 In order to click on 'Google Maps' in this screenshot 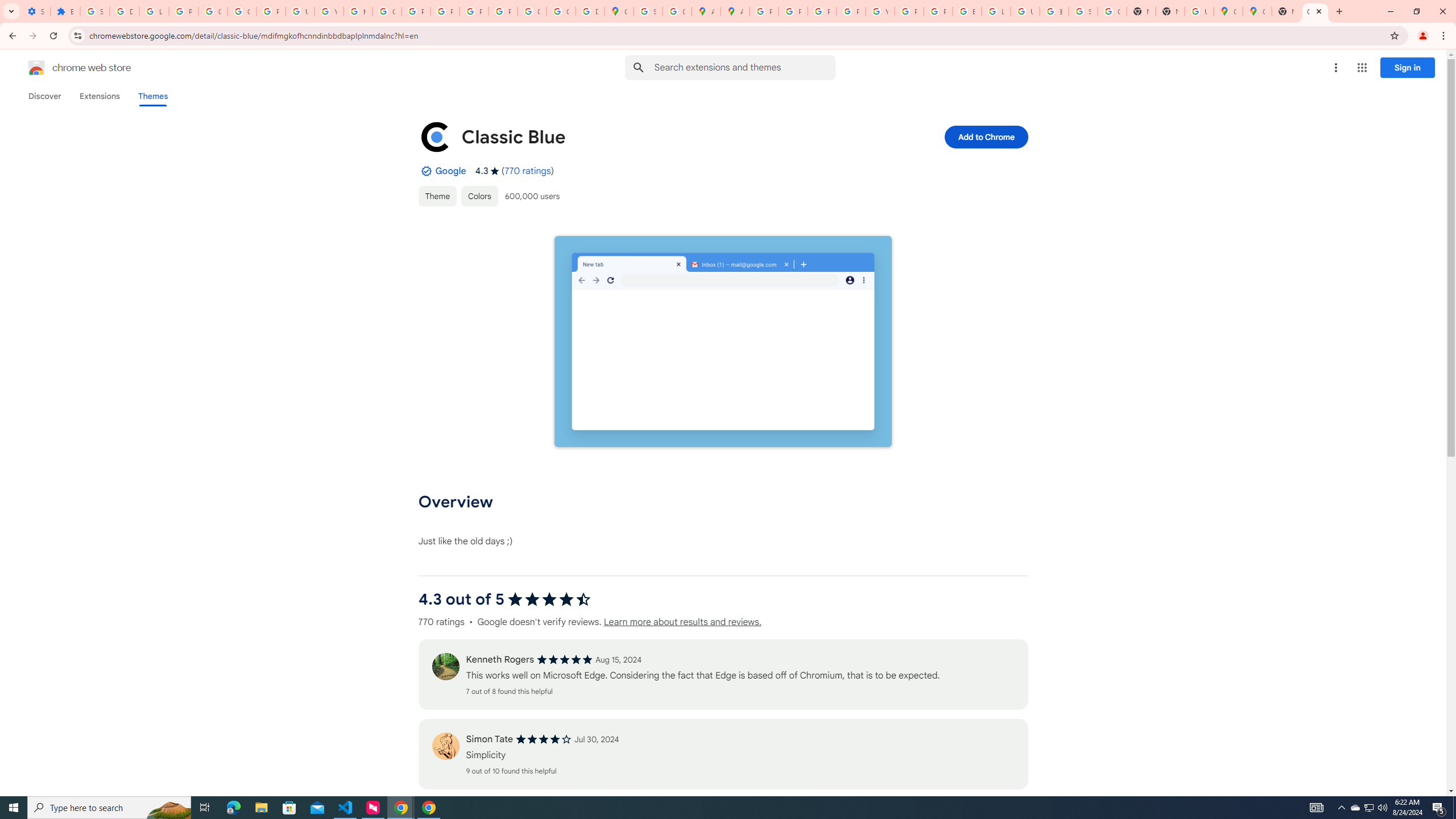, I will do `click(1228, 11)`.